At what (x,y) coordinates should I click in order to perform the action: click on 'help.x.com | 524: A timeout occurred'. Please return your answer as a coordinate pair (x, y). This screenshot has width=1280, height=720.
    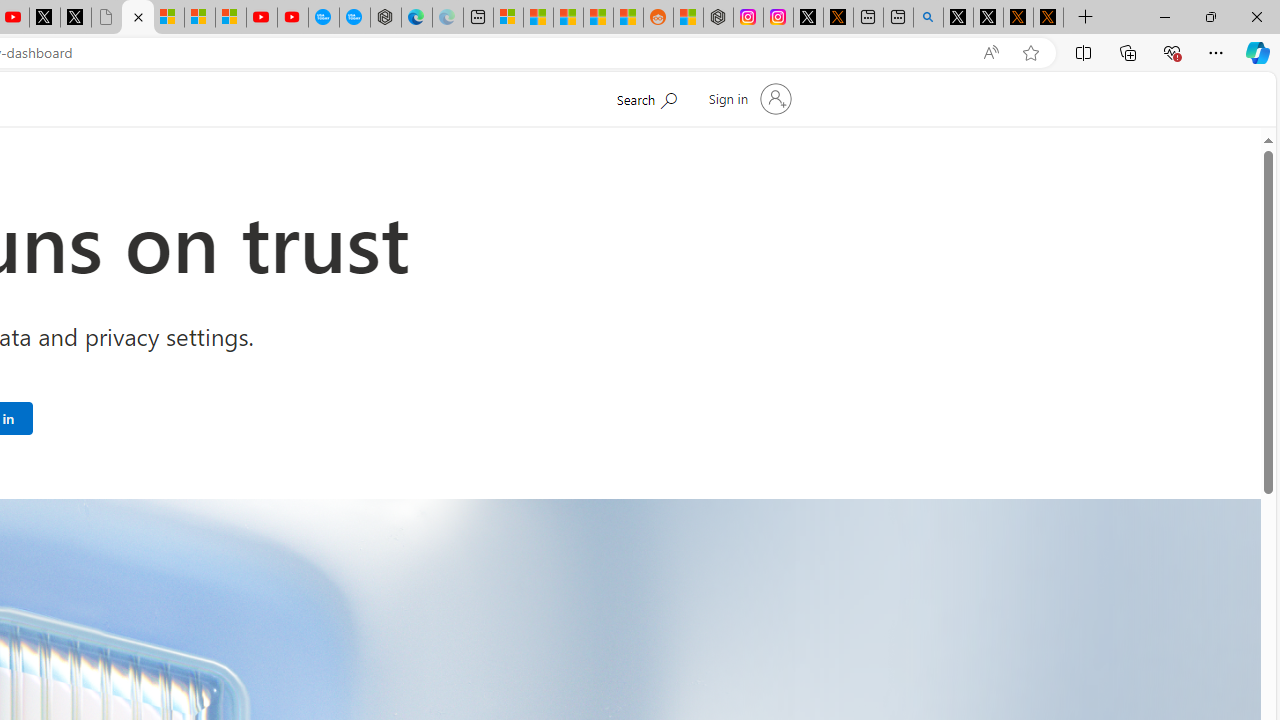
    Looking at the image, I should click on (838, 17).